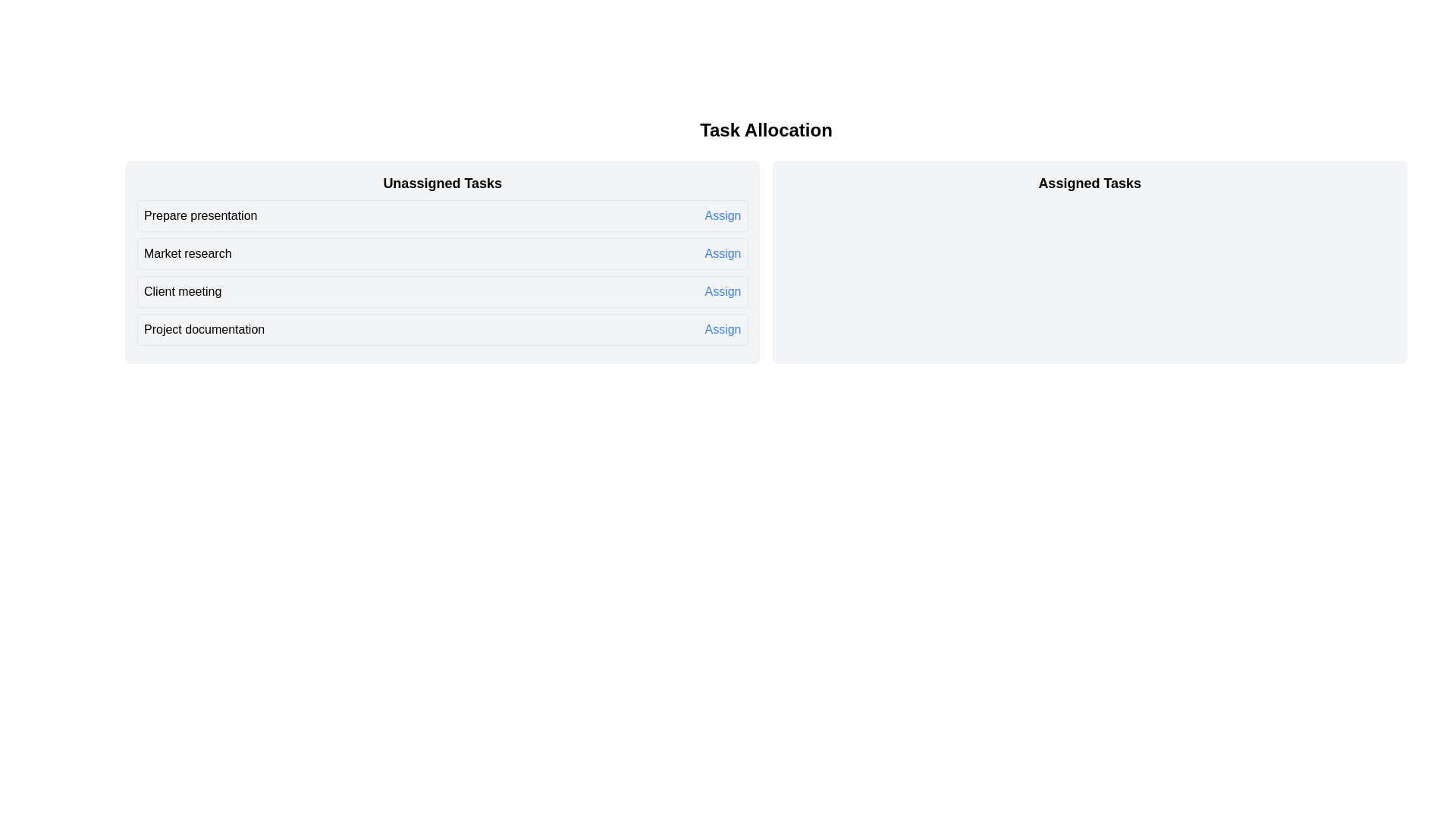 The height and width of the screenshot is (819, 1456). What do you see at coordinates (722, 253) in the screenshot?
I see `the 'Assign' button next to the 'Market research' task in the 'Unassigned Tasks' section to initiate the assignment action` at bounding box center [722, 253].